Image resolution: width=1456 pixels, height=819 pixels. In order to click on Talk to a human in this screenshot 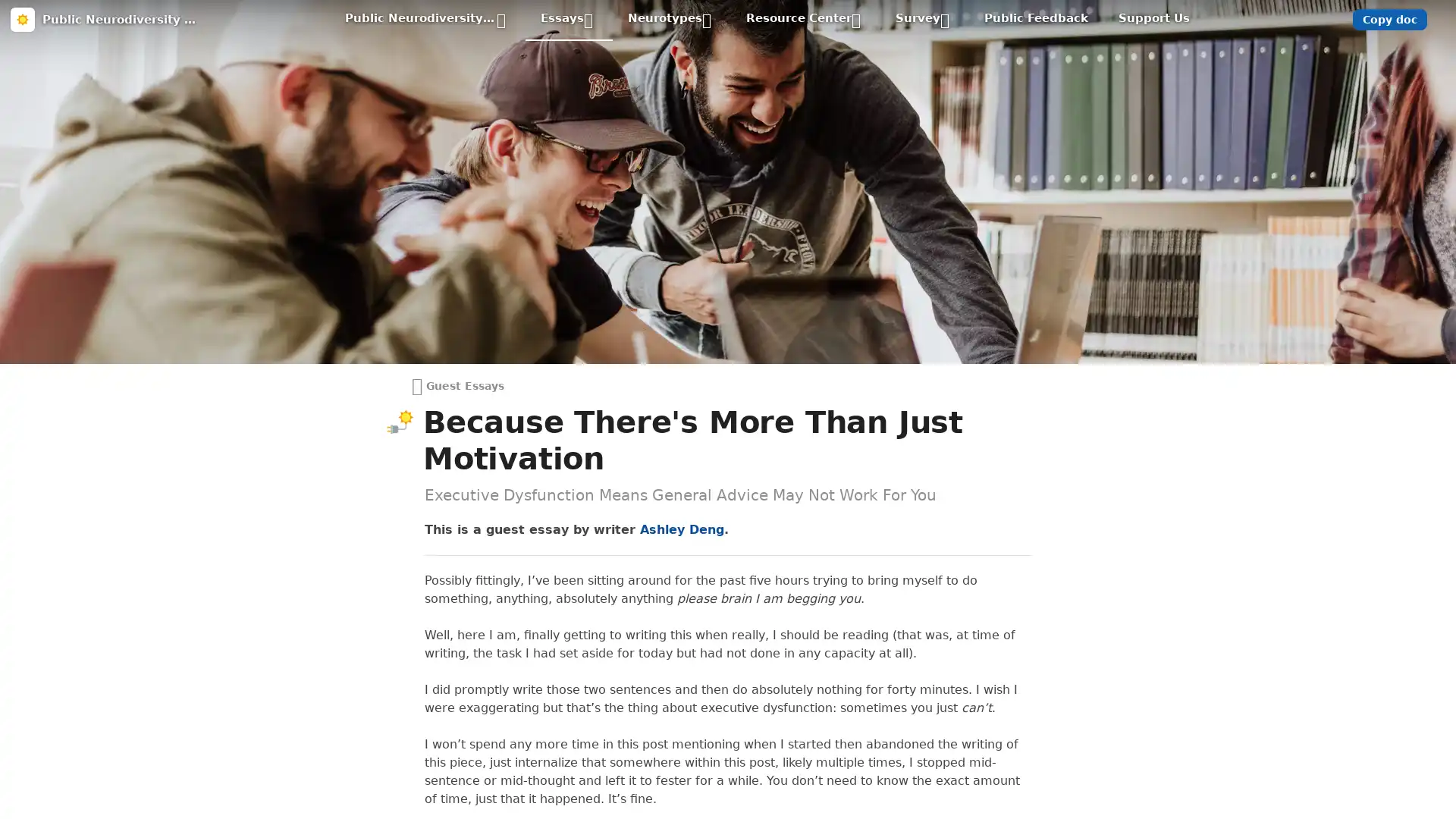, I will do `click(798, 189)`.